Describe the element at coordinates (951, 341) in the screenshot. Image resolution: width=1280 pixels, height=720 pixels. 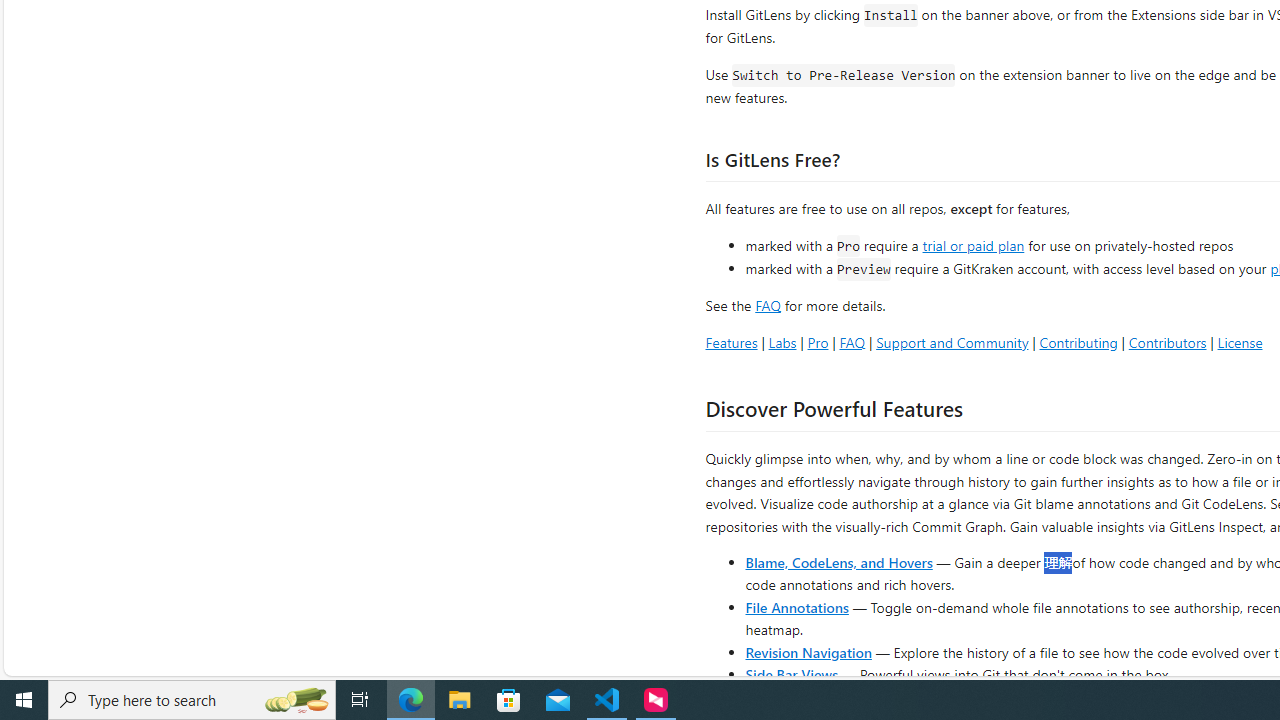
I see `'Support and Community'` at that location.